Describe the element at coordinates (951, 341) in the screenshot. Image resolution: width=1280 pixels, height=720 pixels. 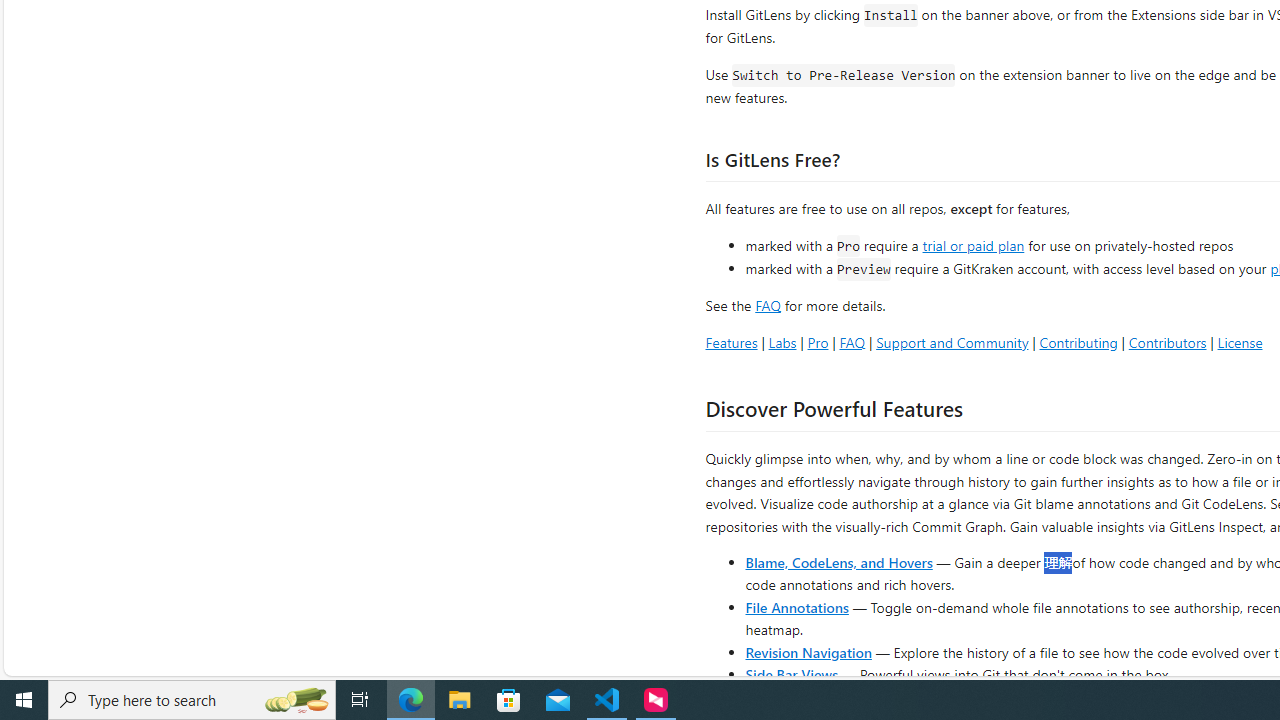
I see `'Support and Community'` at that location.